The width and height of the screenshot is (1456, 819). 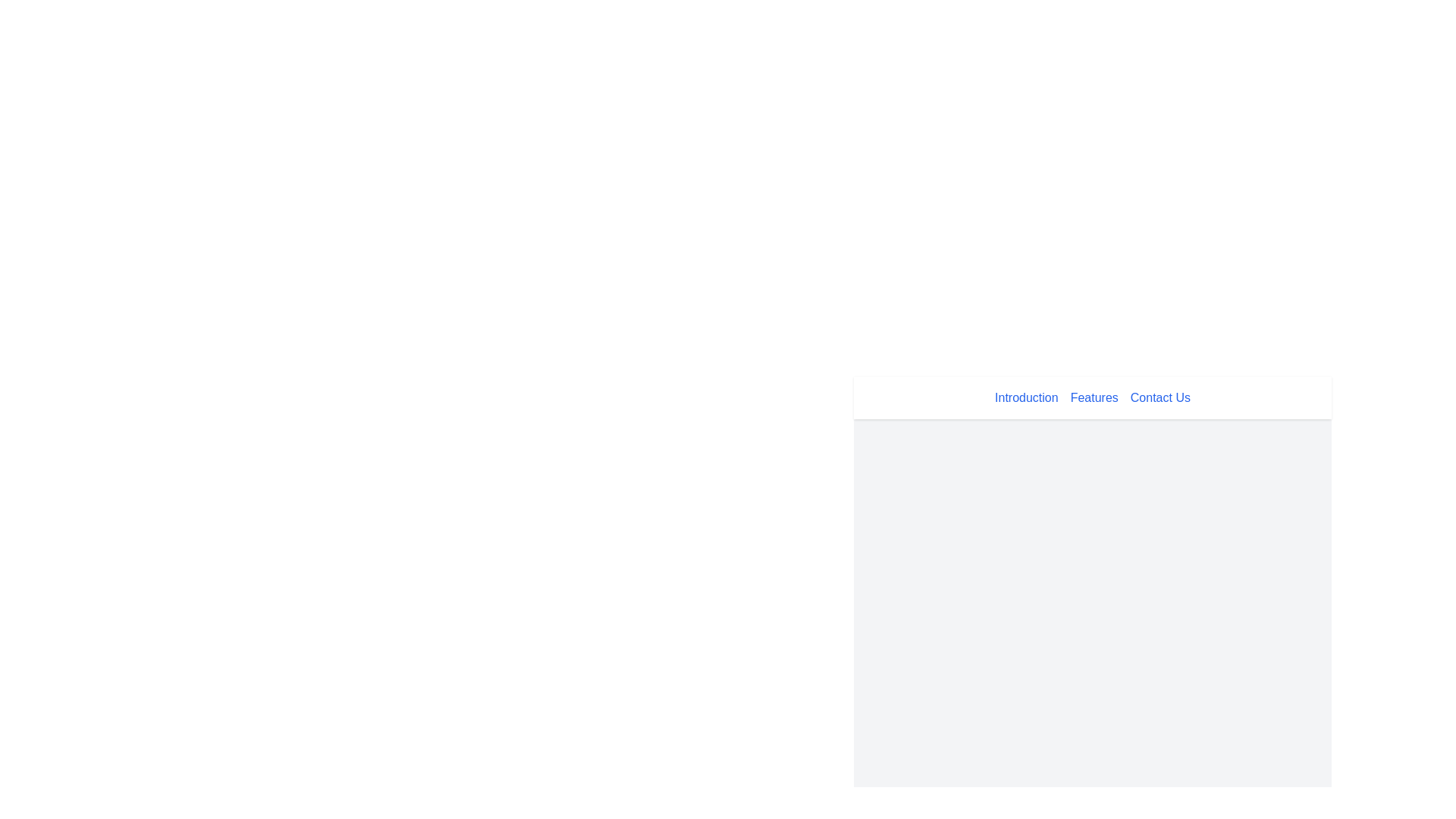 I want to click on the 'Features' navigational link located at the top part of the interface, so click(x=1094, y=397).